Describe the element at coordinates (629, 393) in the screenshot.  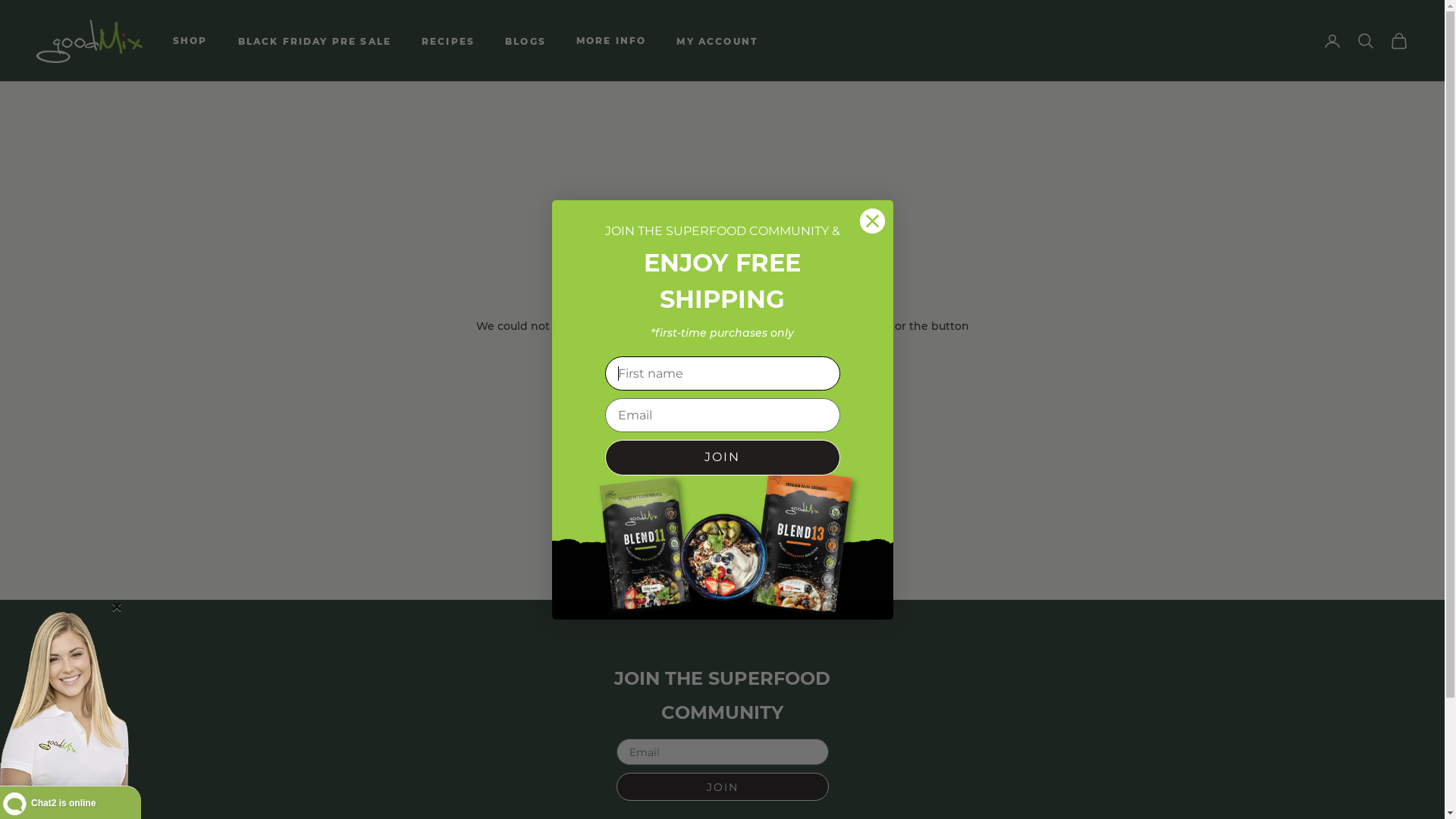
I see `'CONTINUE SHOPPING'` at that location.